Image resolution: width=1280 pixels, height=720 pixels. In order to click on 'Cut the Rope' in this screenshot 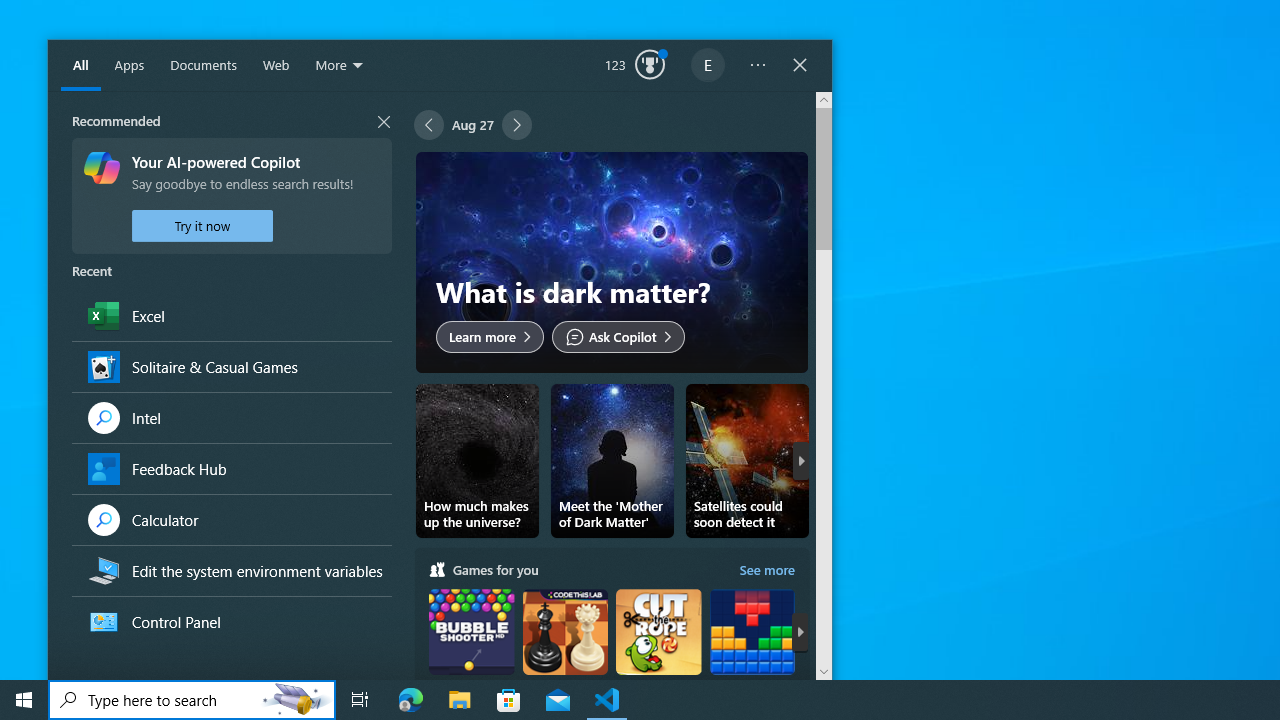, I will do `click(659, 650)`.